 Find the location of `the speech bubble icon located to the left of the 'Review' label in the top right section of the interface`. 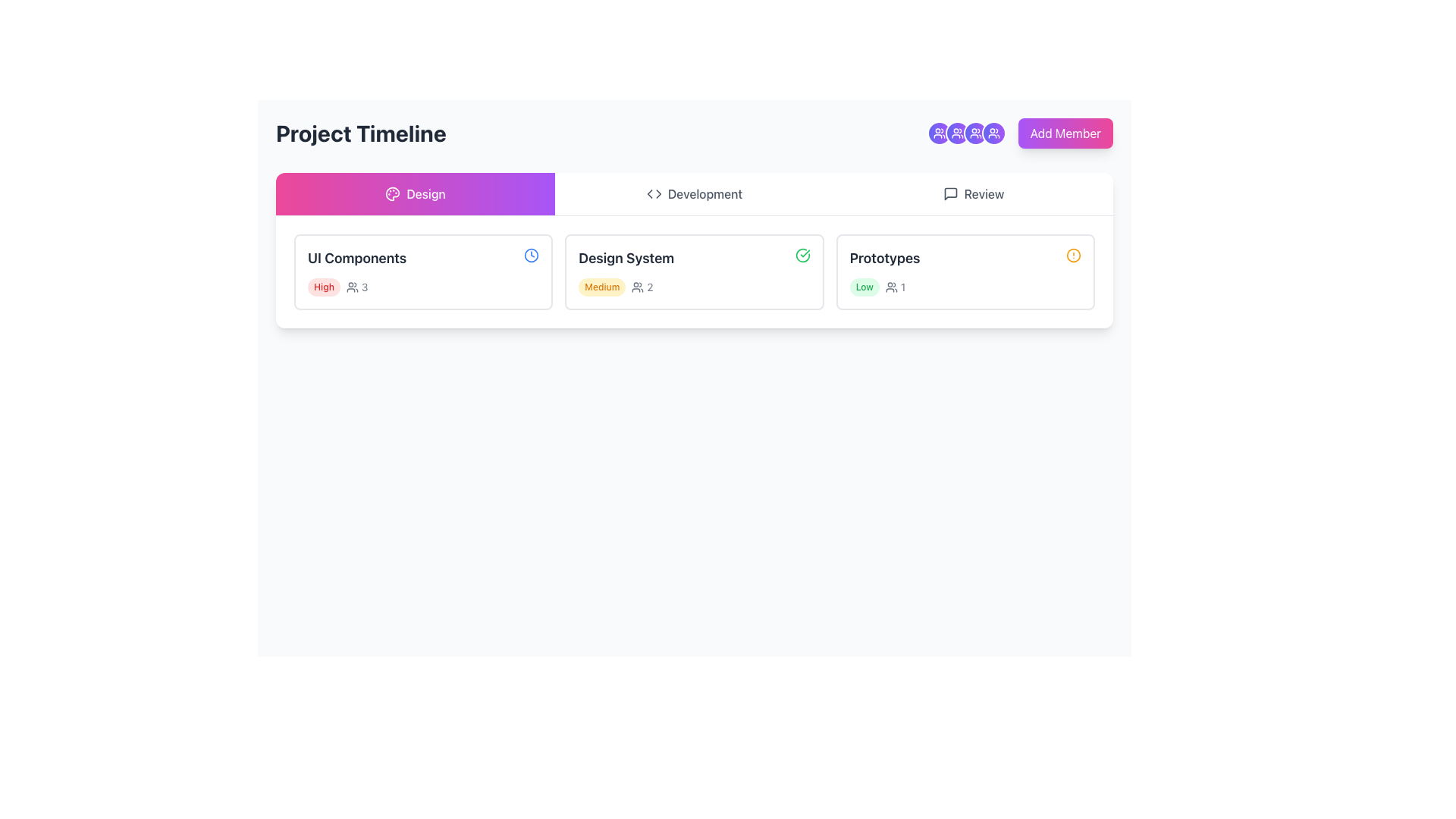

the speech bubble icon located to the left of the 'Review' label in the top right section of the interface is located at coordinates (949, 193).